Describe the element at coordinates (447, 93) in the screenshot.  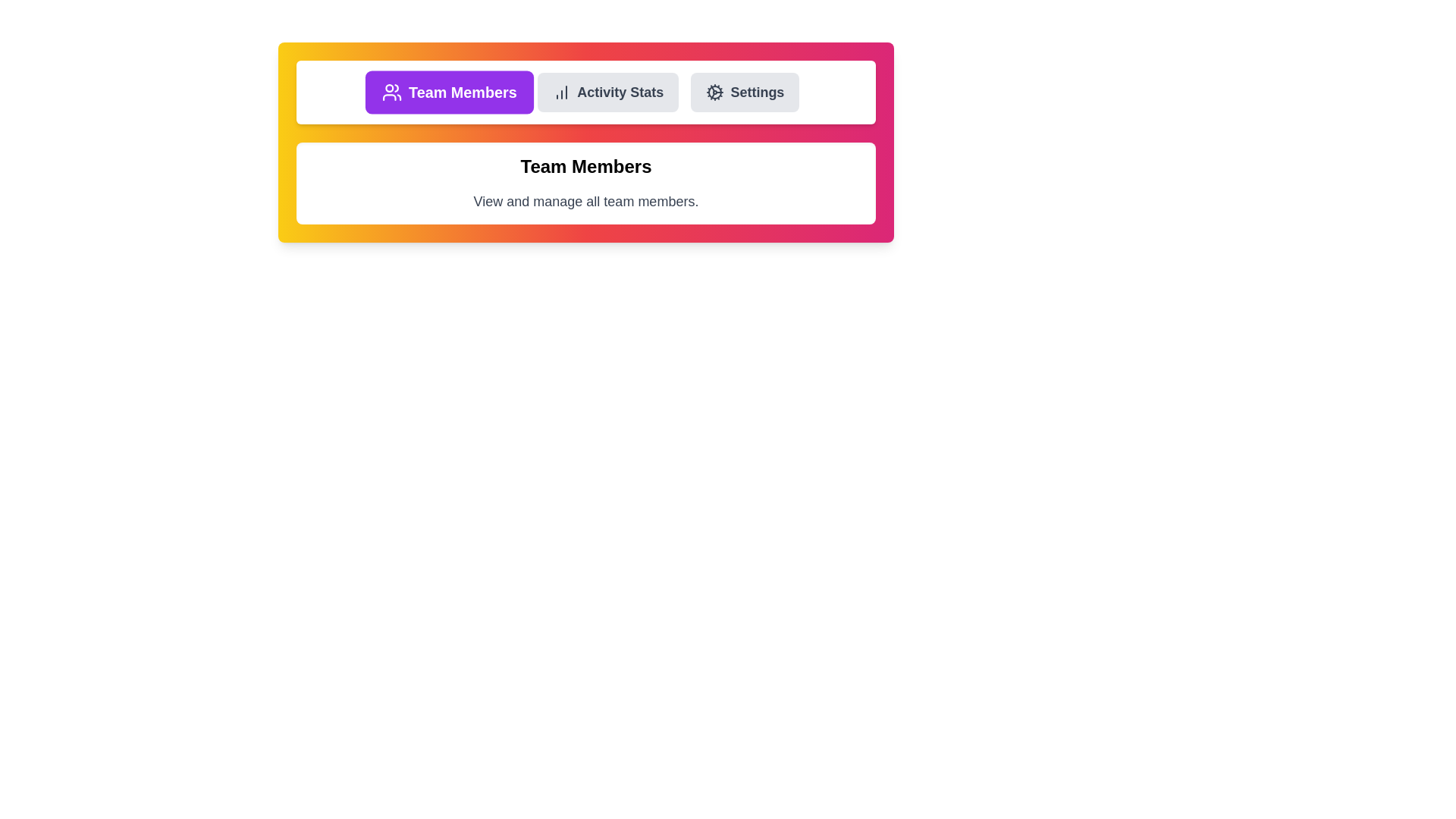
I see `the tab labeled Team Members to view its description` at that location.